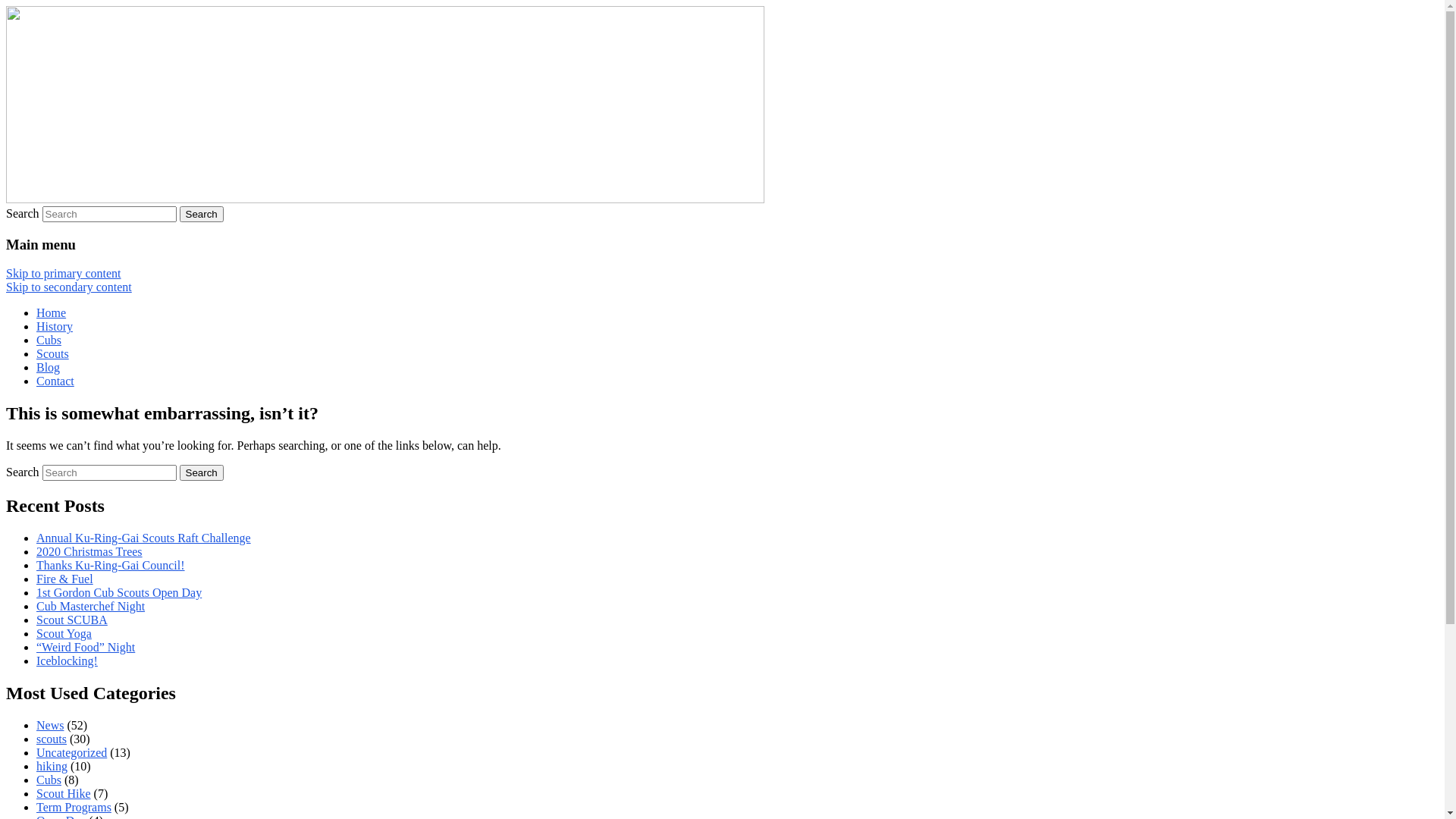 This screenshot has height=819, width=1456. I want to click on '2020 Christmas Trees', so click(89, 551).